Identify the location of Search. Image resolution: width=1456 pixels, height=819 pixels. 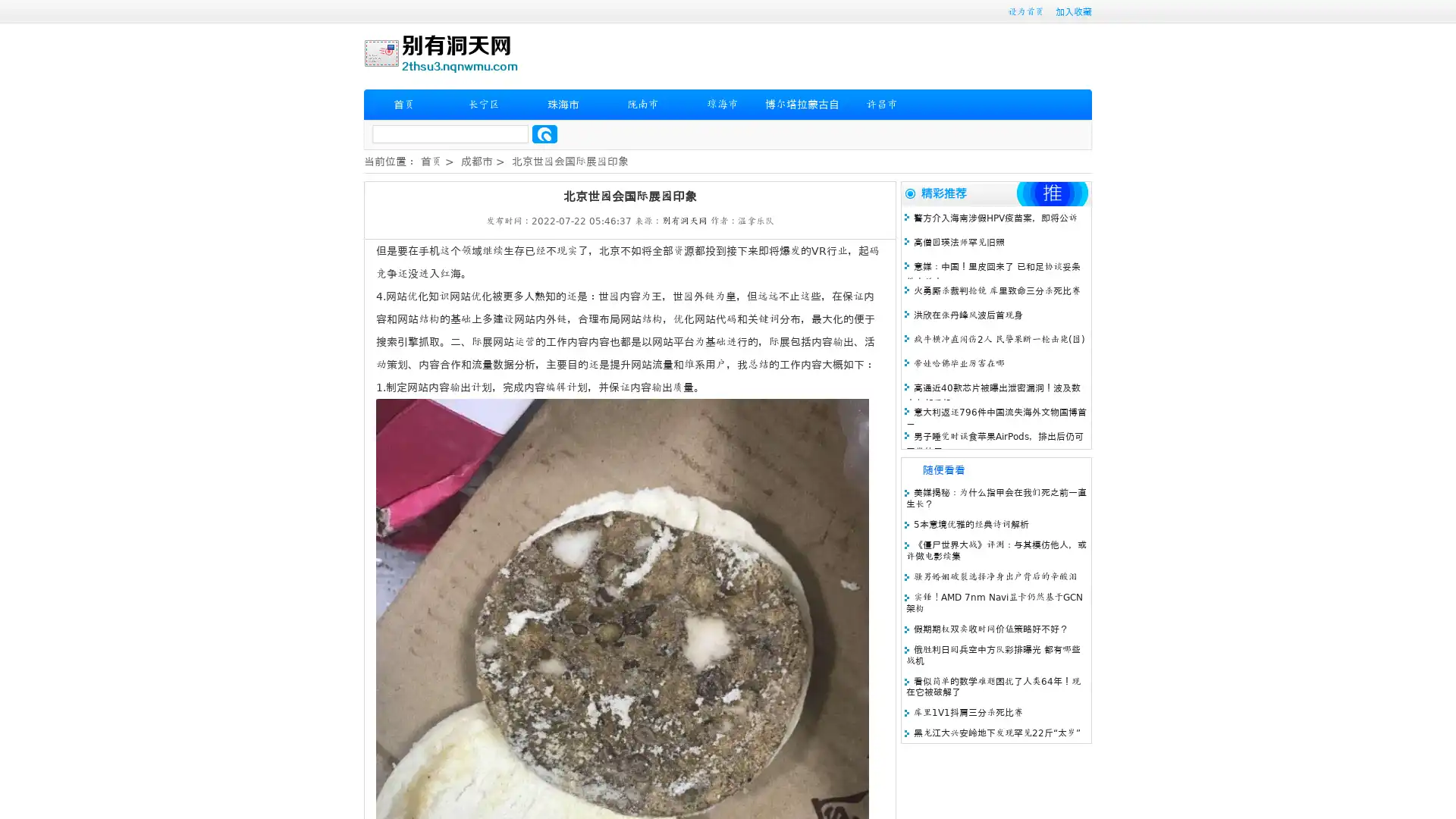
(544, 133).